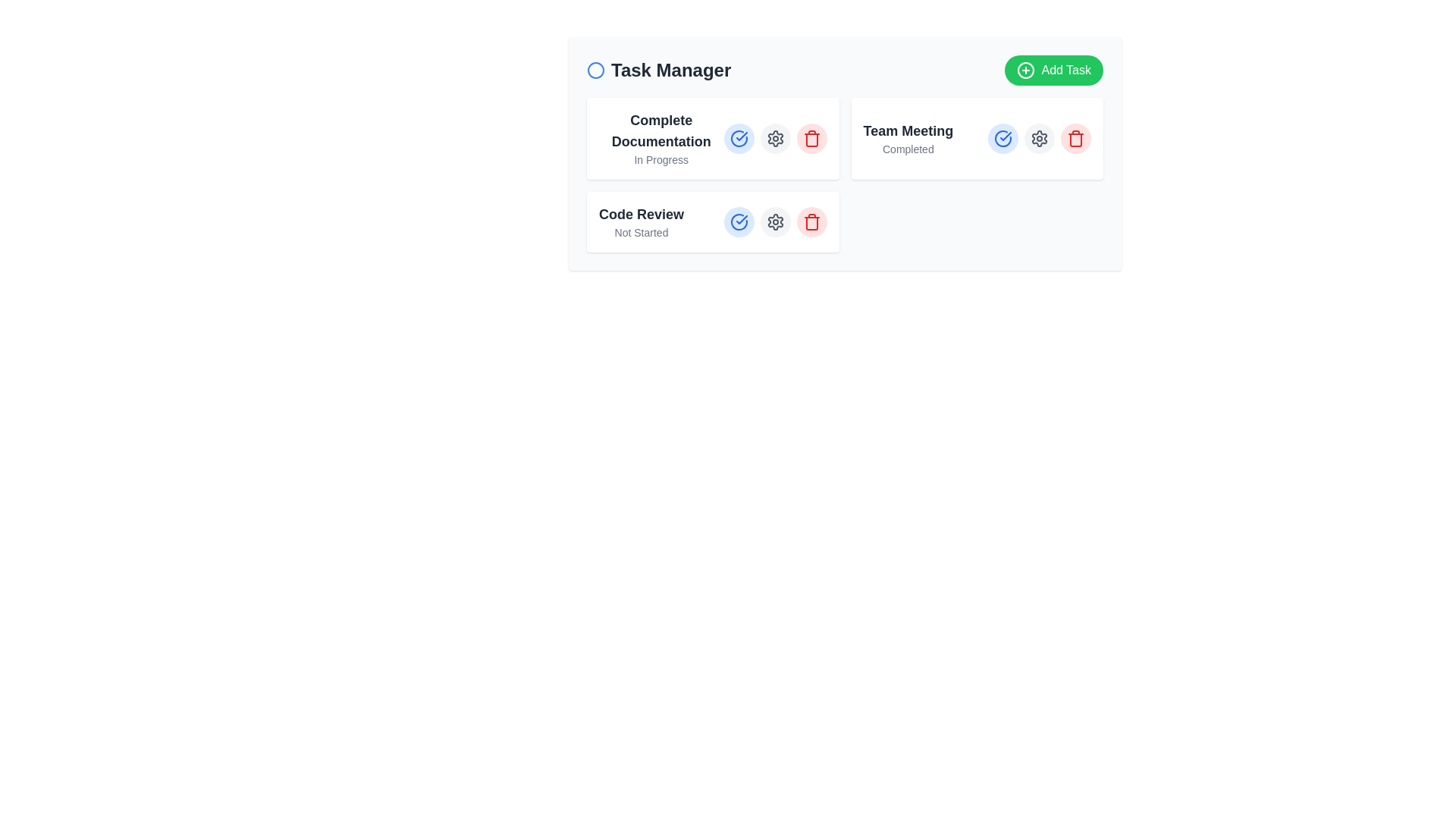 Image resolution: width=1456 pixels, height=819 pixels. What do you see at coordinates (775, 138) in the screenshot?
I see `the gear-shaped icon button located in the task card labeled 'Code Review'` at bounding box center [775, 138].